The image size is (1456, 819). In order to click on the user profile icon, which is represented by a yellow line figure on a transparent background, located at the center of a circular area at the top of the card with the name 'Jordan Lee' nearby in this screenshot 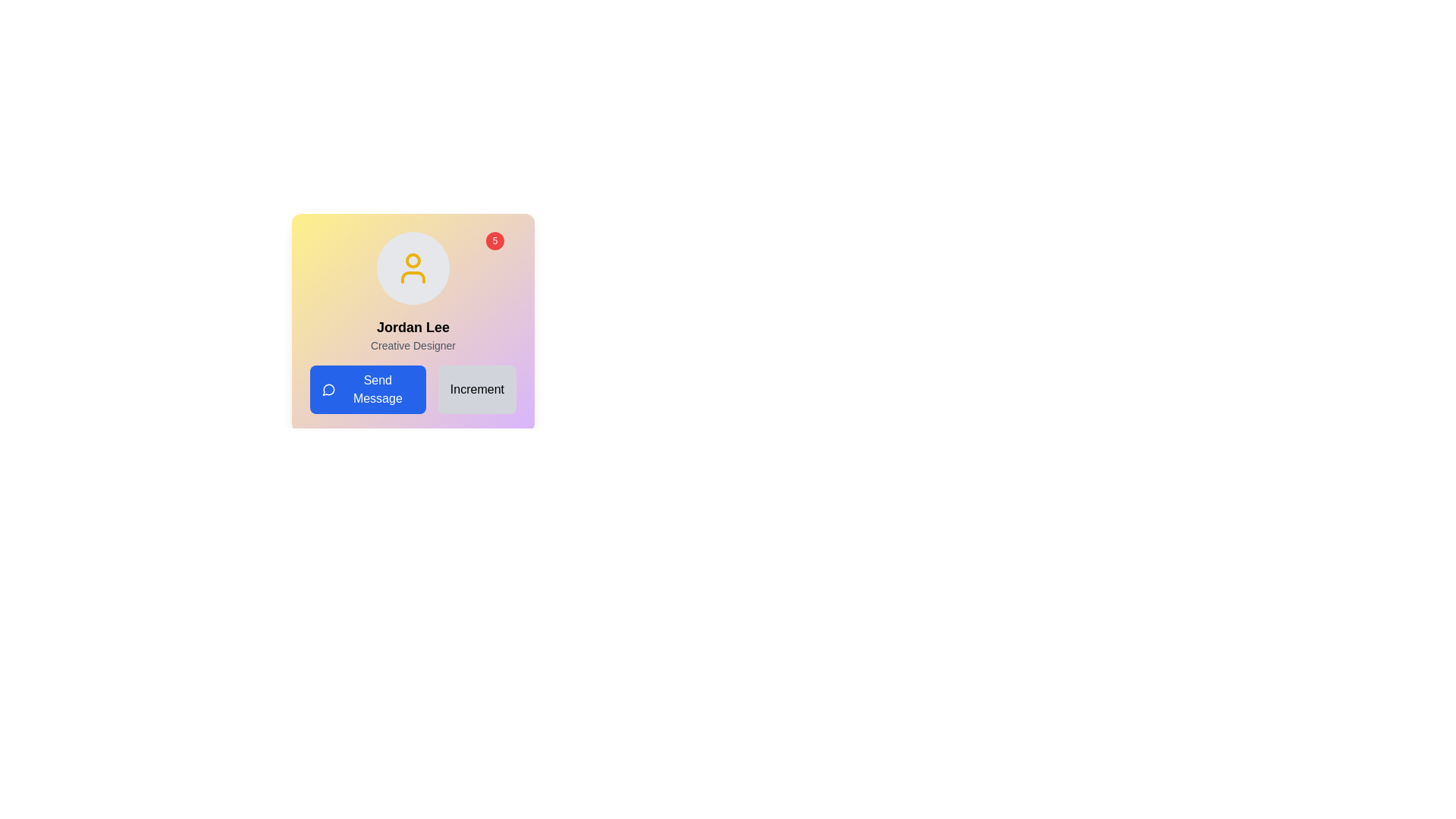, I will do `click(413, 268)`.